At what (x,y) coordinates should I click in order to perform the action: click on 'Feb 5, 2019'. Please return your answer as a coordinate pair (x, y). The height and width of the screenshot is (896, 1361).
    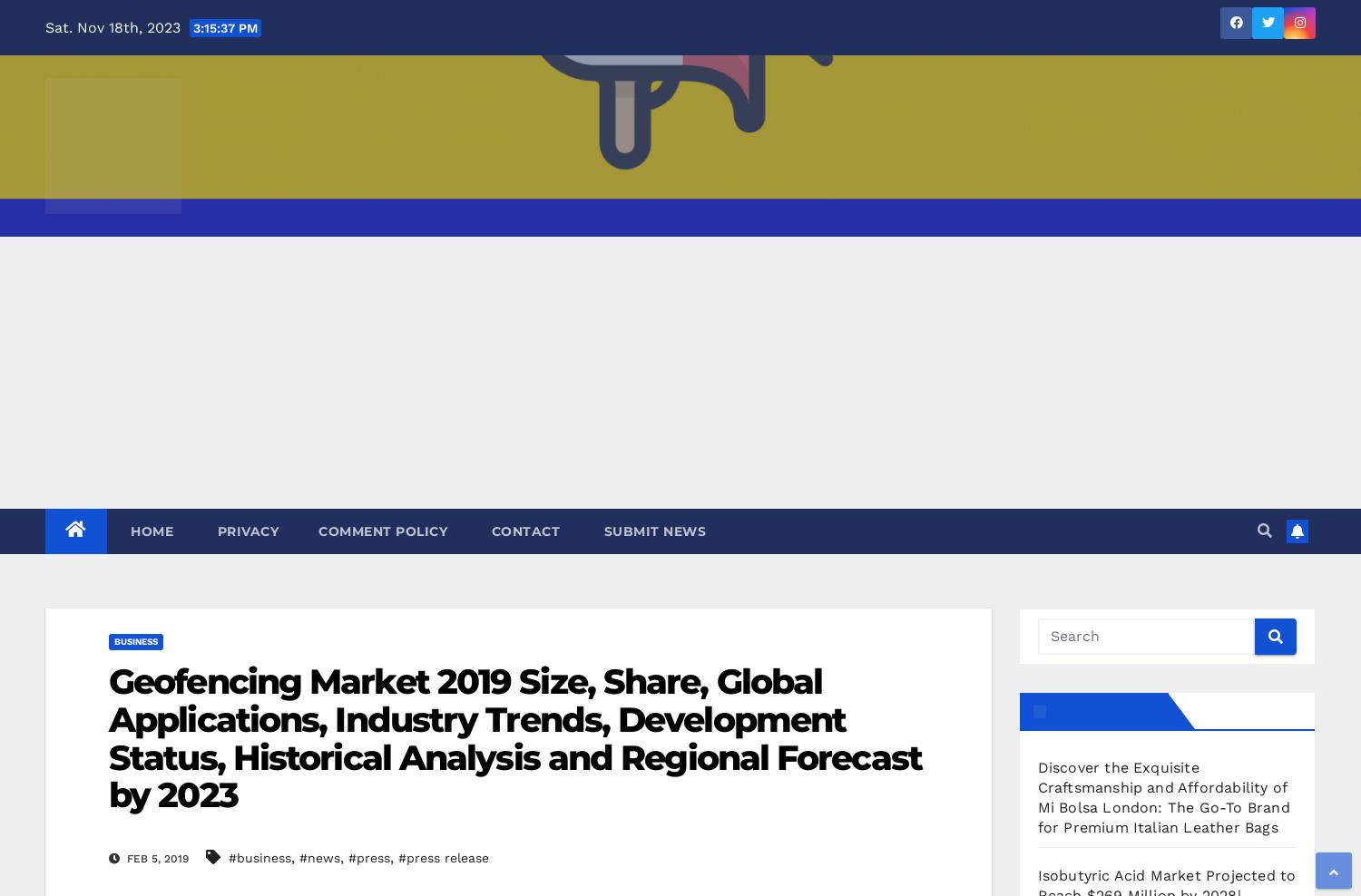
    Looking at the image, I should click on (156, 858).